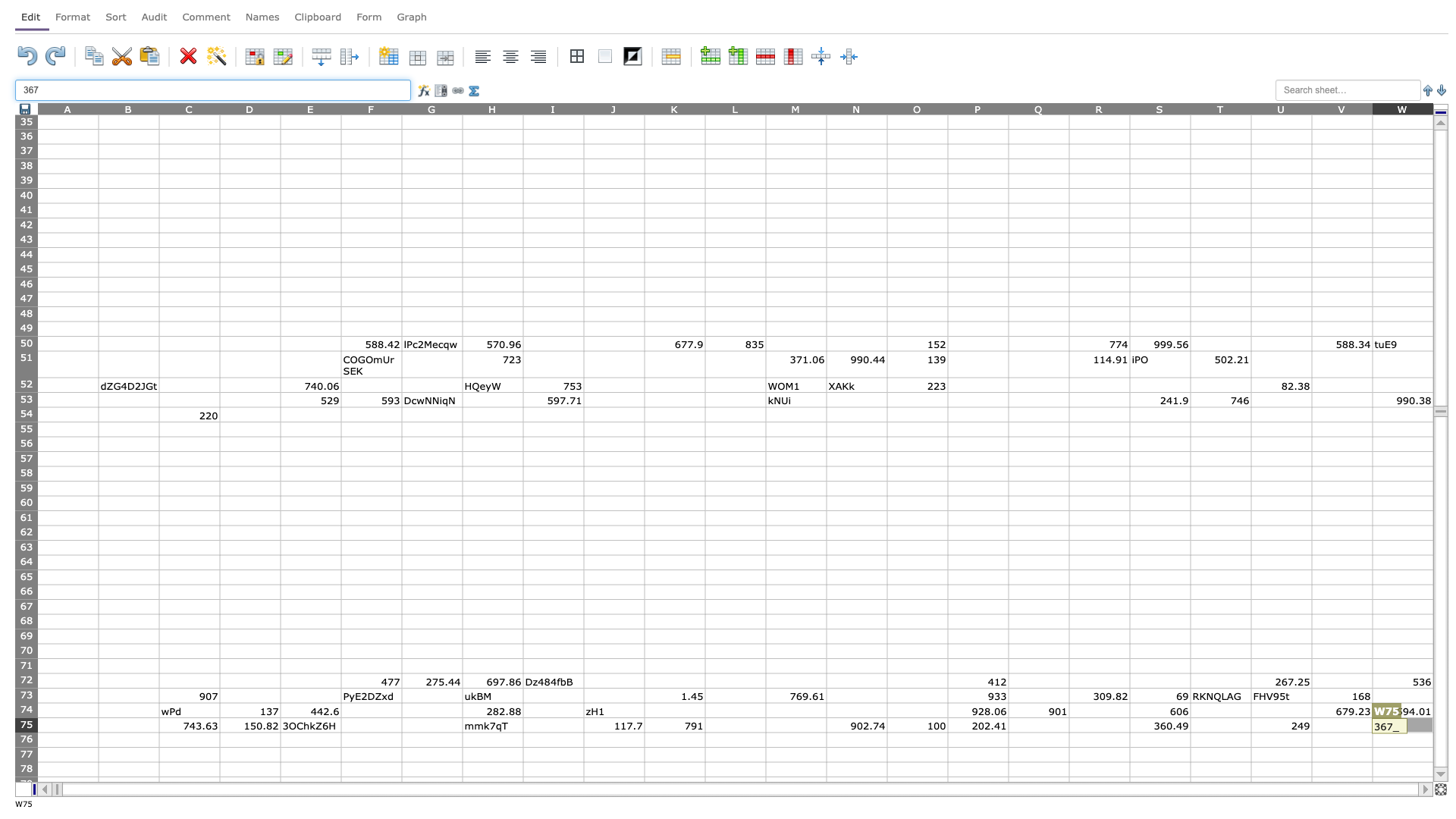 This screenshot has height=819, width=1456. What do you see at coordinates (159, 731) in the screenshot?
I see `top left at column C row 76` at bounding box center [159, 731].